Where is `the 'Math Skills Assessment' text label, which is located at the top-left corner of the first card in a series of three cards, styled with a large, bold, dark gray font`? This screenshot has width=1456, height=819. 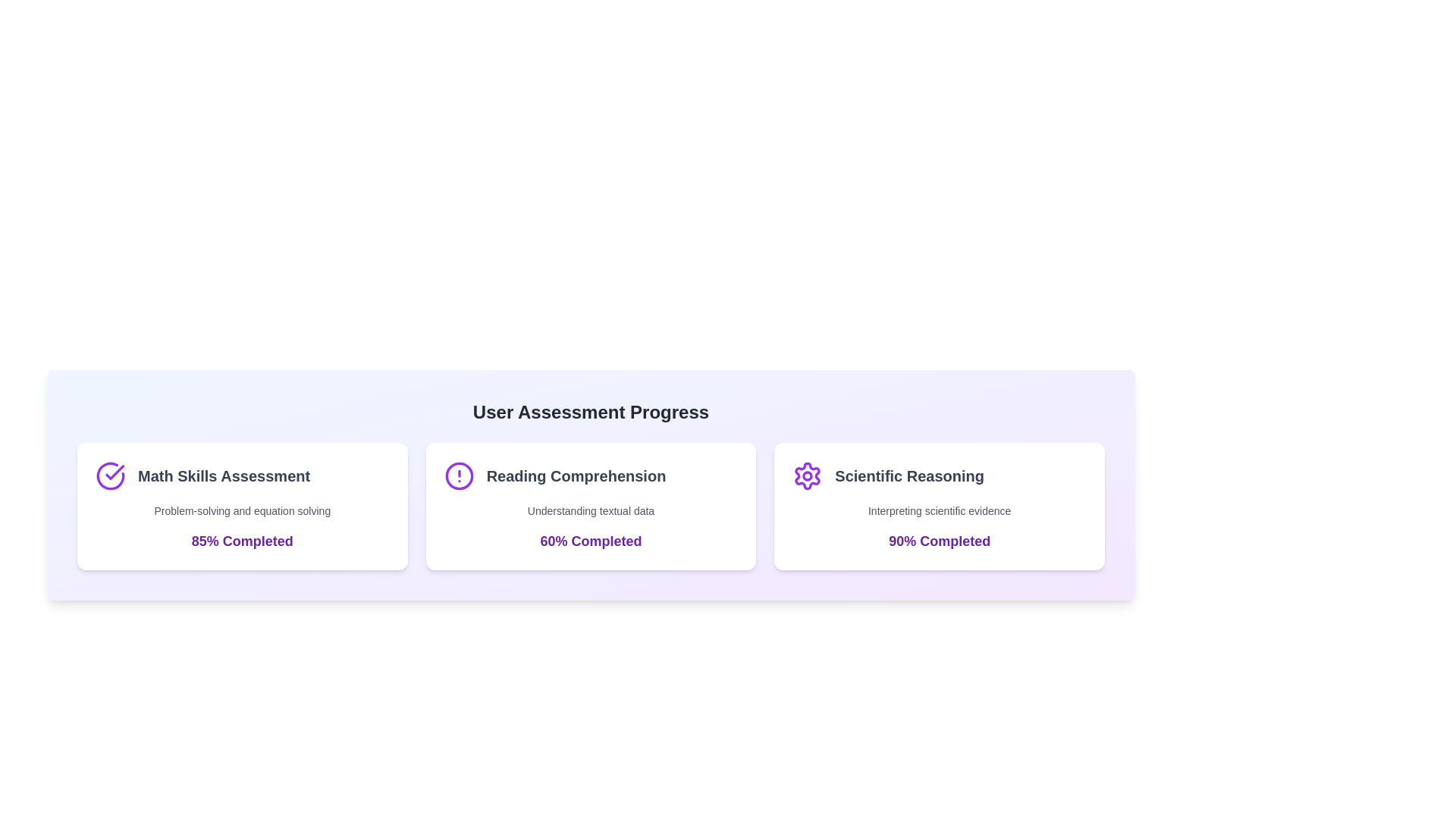
the 'Math Skills Assessment' text label, which is located at the top-left corner of the first card in a series of three cards, styled with a large, bold, dark gray font is located at coordinates (223, 475).